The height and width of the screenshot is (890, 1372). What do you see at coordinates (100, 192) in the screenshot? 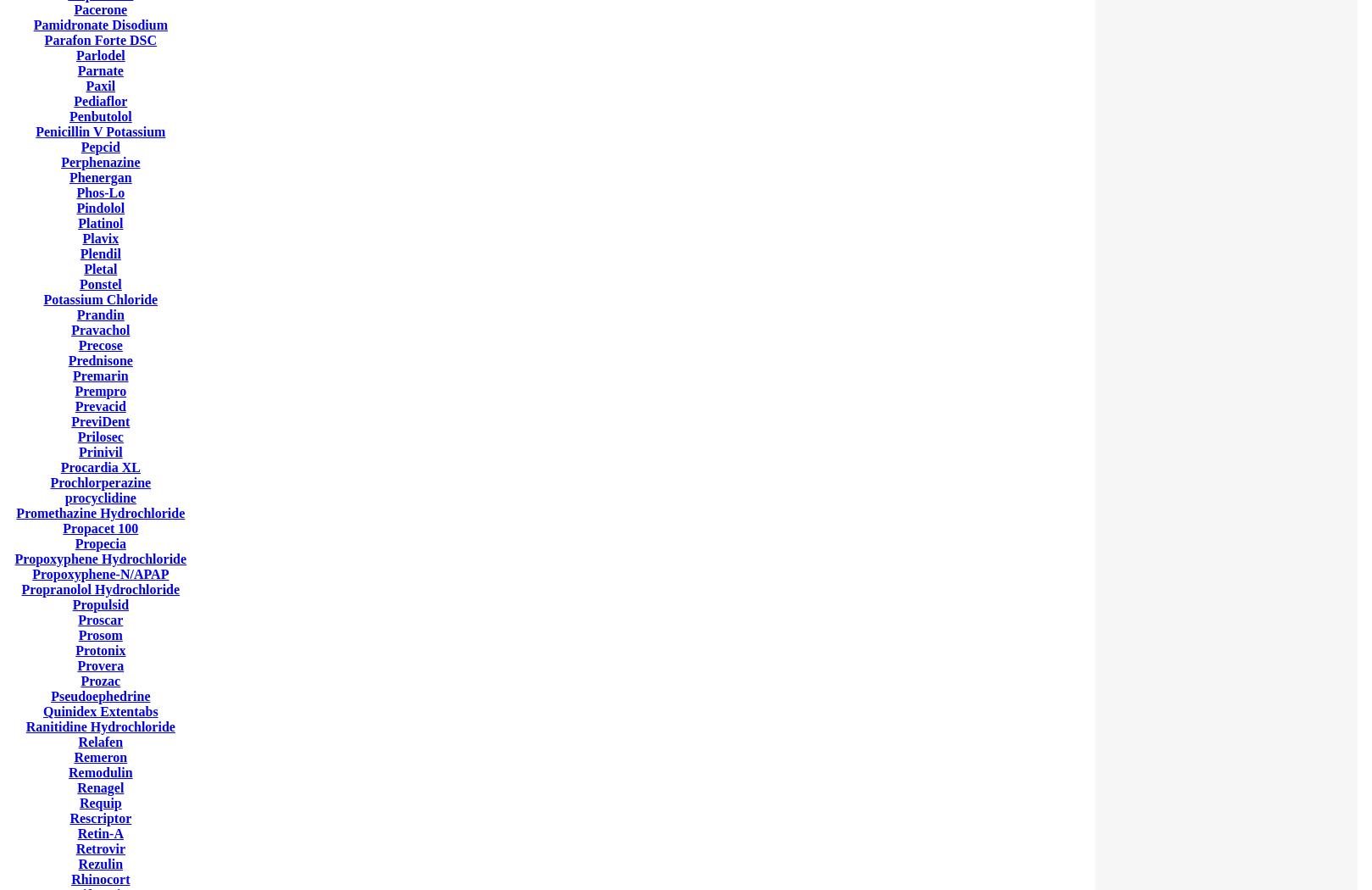
I see `'Phos-Lo'` at bounding box center [100, 192].